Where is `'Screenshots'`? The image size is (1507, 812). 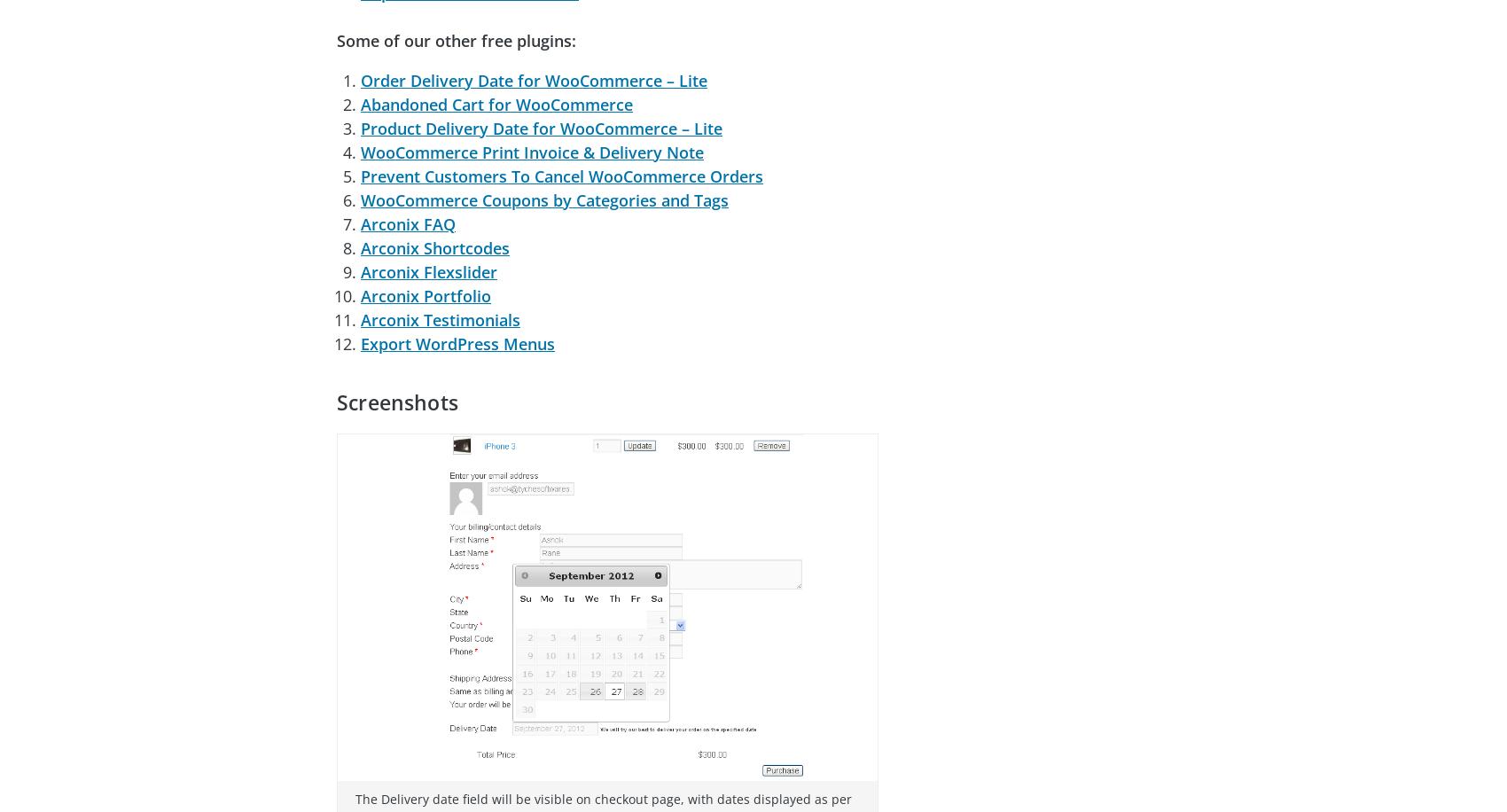
'Screenshots' is located at coordinates (396, 401).